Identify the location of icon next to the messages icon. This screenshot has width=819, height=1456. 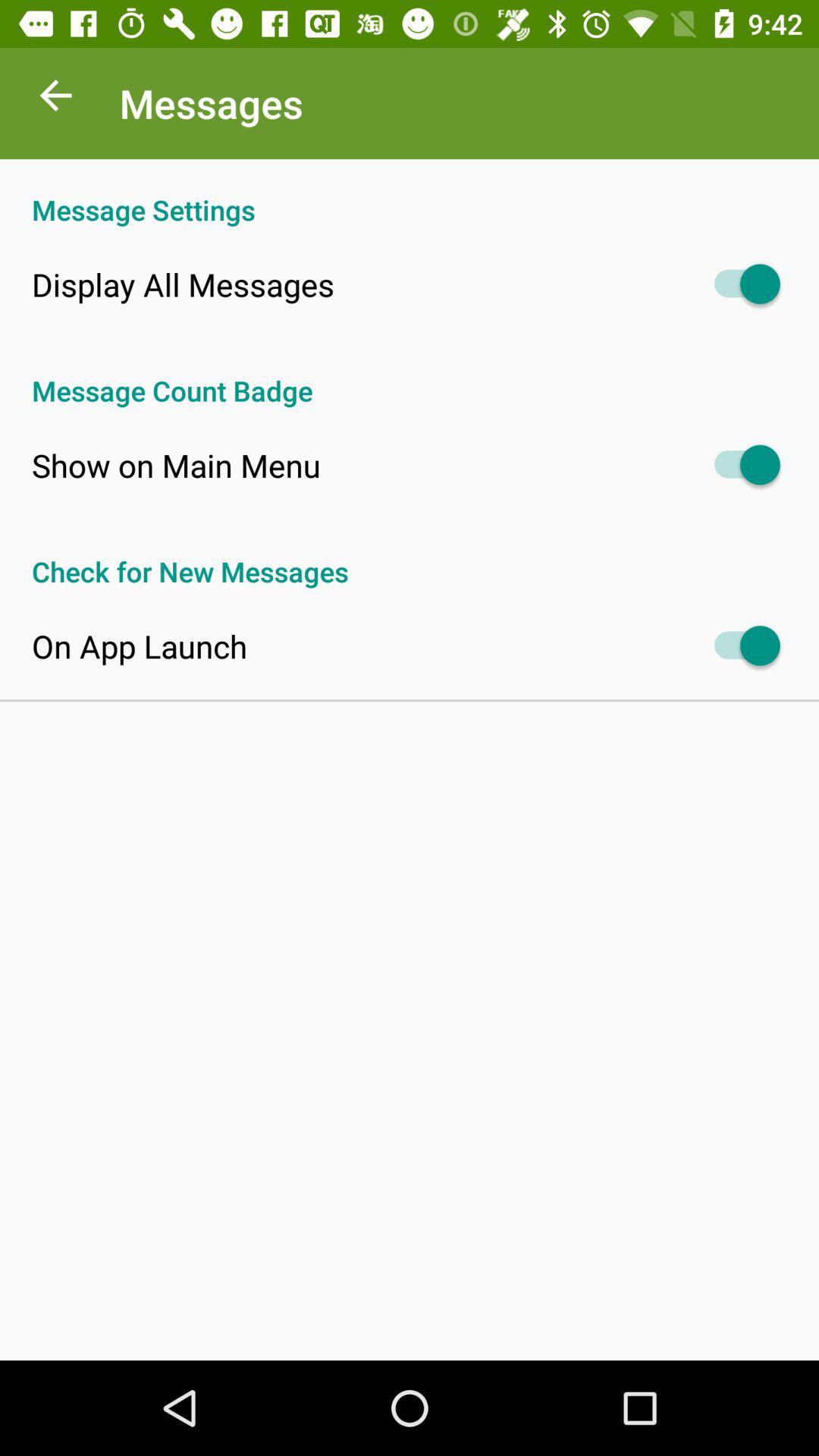
(55, 99).